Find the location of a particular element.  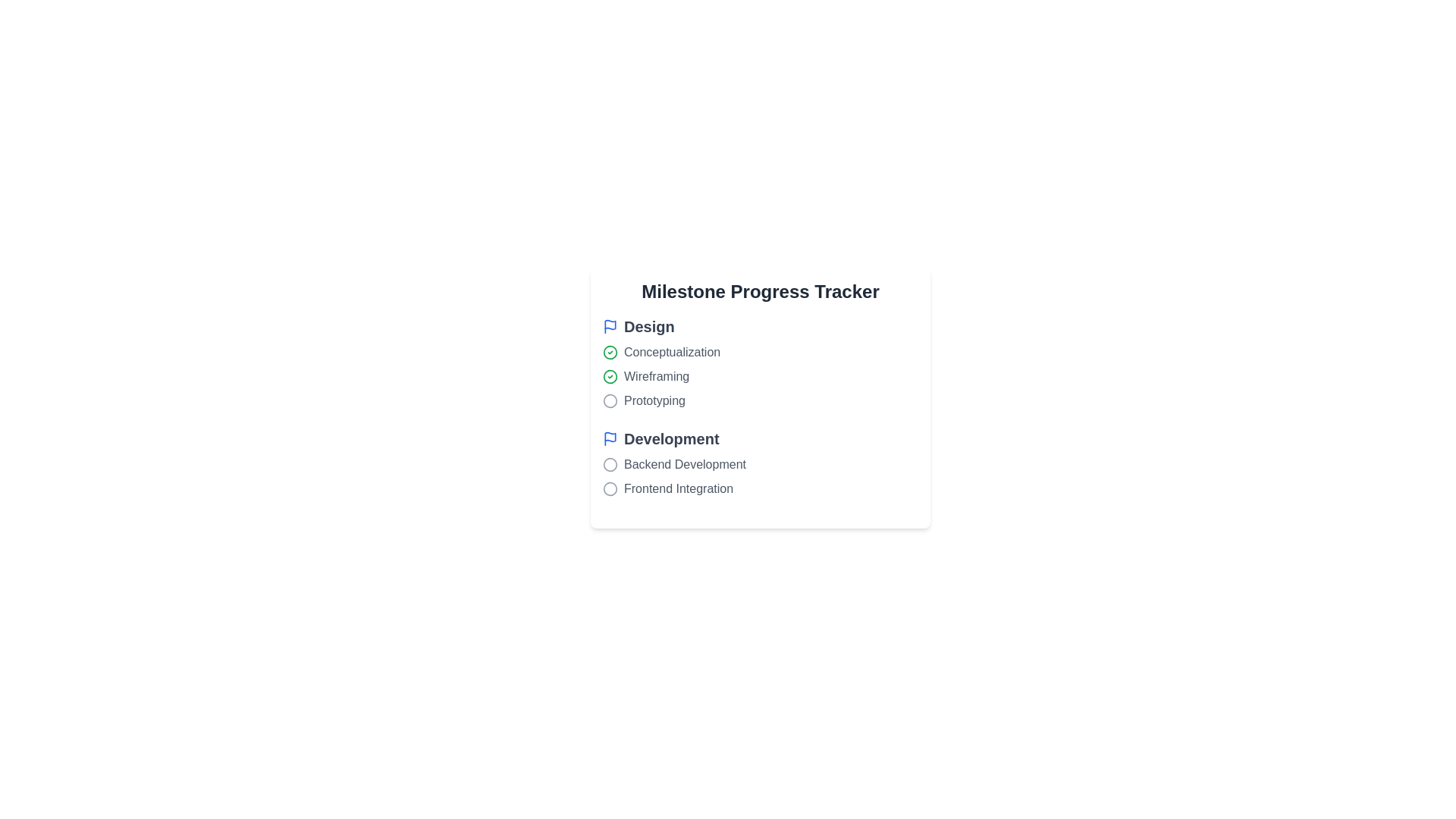

the blue outlined flag icon located to the left of the text 'Development' in the second visible group under the heading 'Milestone Progress Tracker' is located at coordinates (610, 438).